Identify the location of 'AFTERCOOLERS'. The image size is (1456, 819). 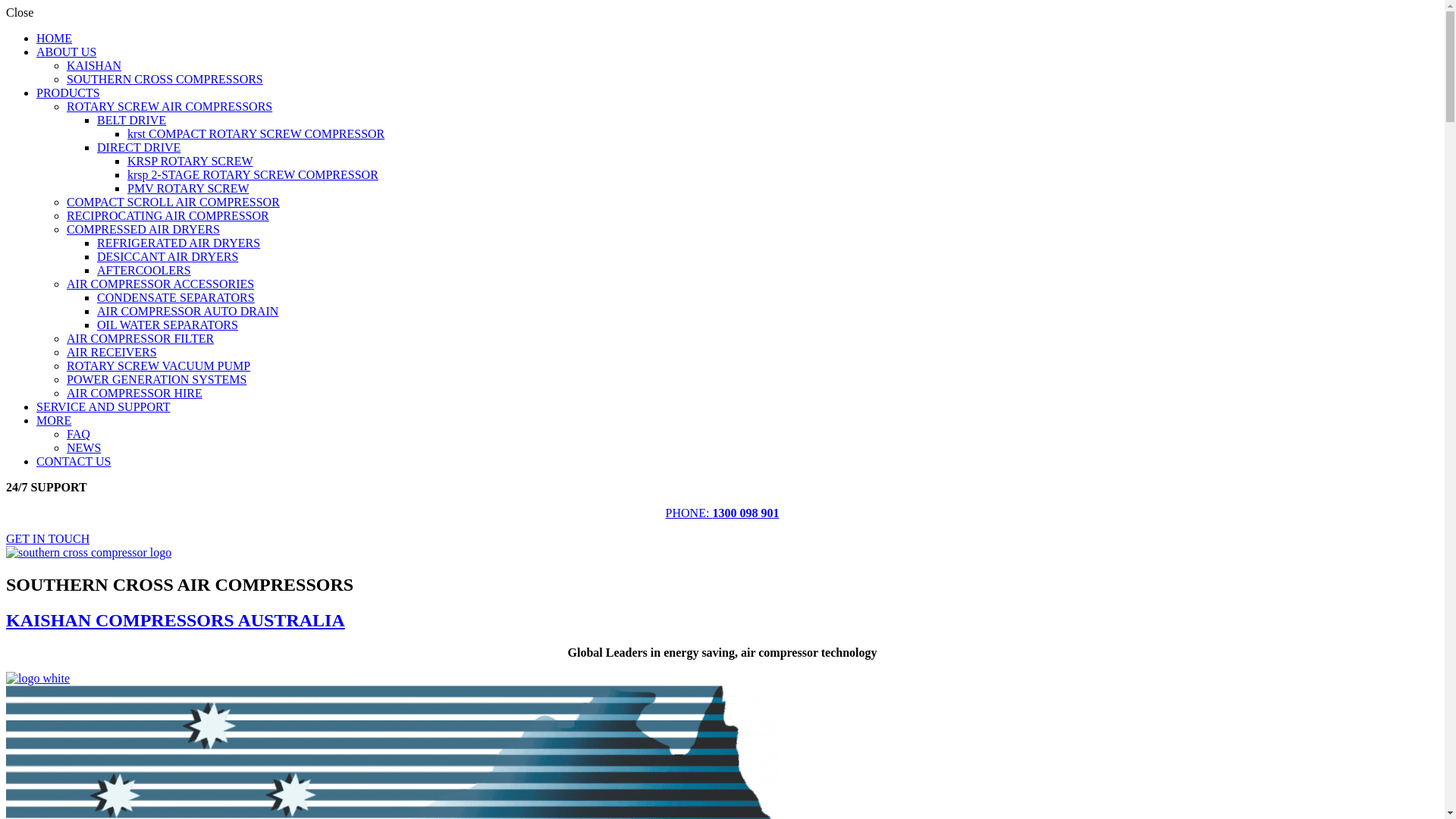
(96, 269).